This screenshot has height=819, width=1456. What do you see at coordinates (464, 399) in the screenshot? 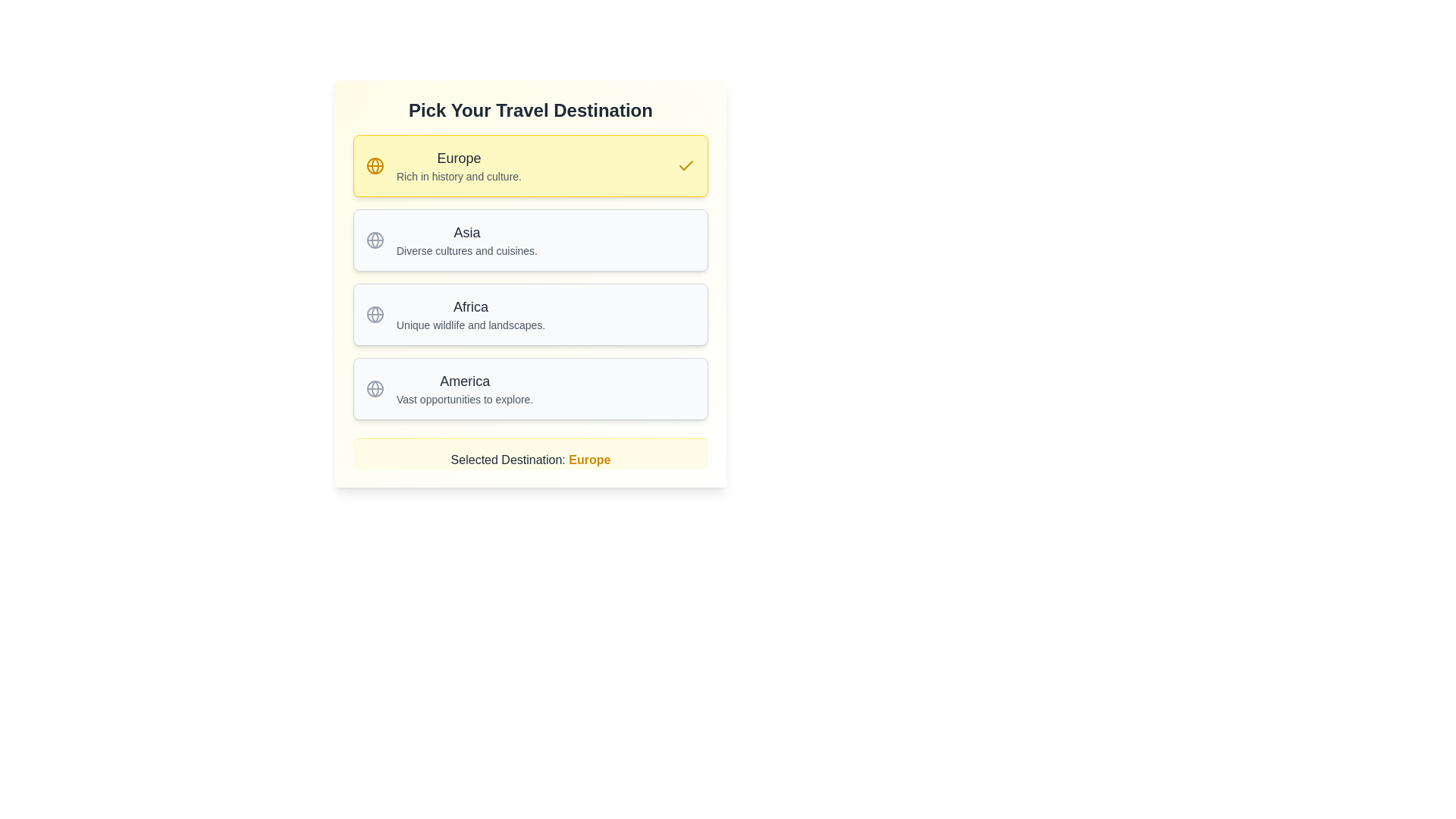
I see `the text label displaying 'Vast opportunities` at bounding box center [464, 399].